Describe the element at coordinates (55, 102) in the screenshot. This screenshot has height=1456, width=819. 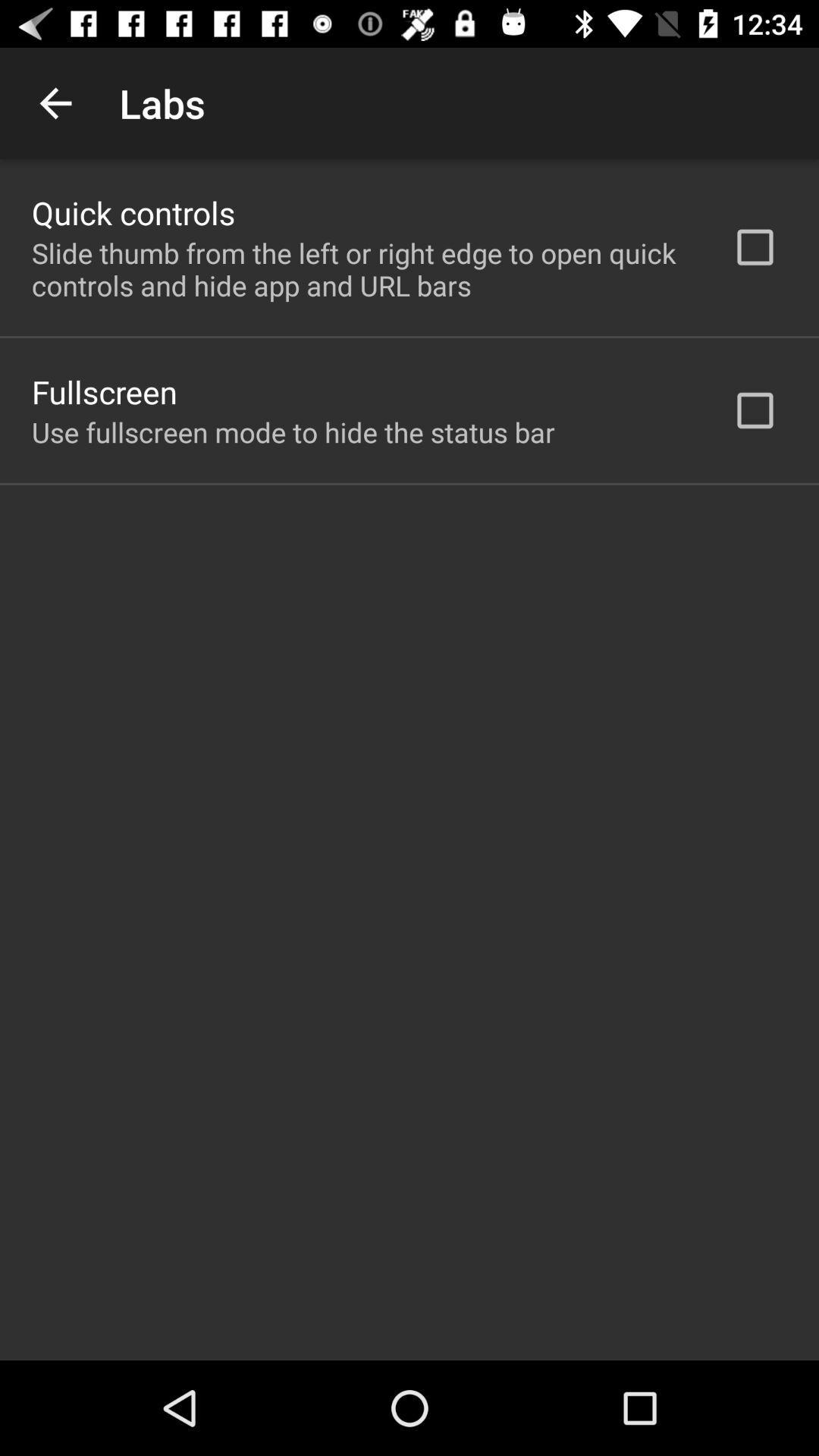
I see `the app above quick controls item` at that location.